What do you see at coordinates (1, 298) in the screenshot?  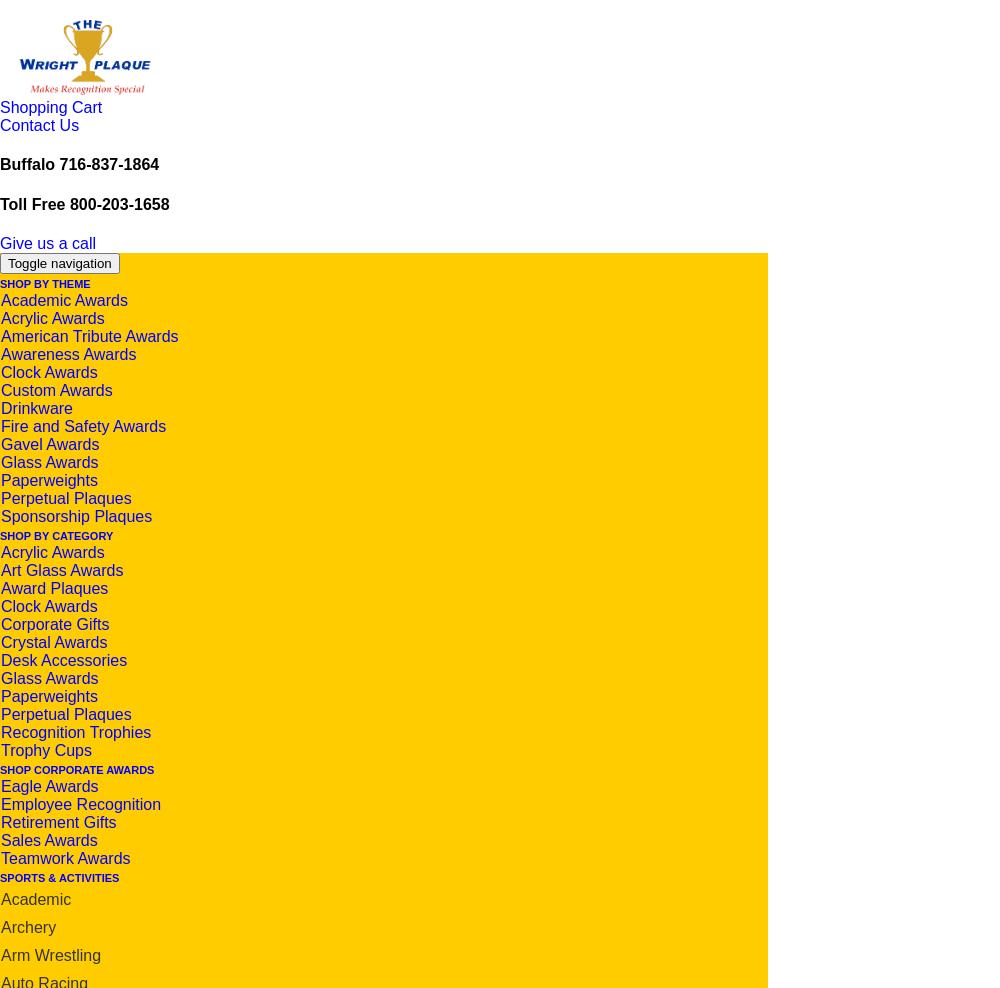 I see `'Academic Awards'` at bounding box center [1, 298].